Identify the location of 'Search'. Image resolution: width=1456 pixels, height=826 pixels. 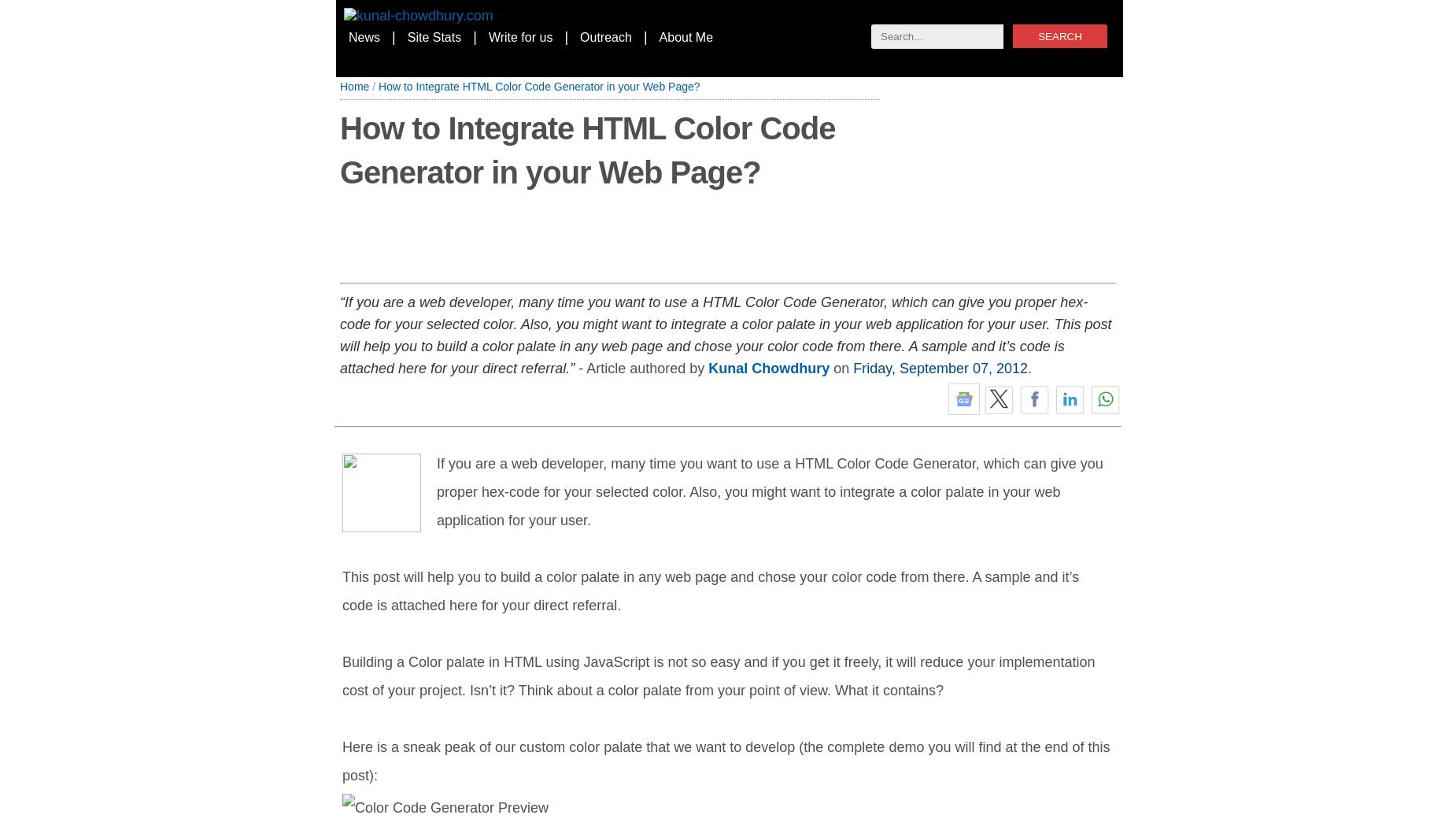
(1037, 35).